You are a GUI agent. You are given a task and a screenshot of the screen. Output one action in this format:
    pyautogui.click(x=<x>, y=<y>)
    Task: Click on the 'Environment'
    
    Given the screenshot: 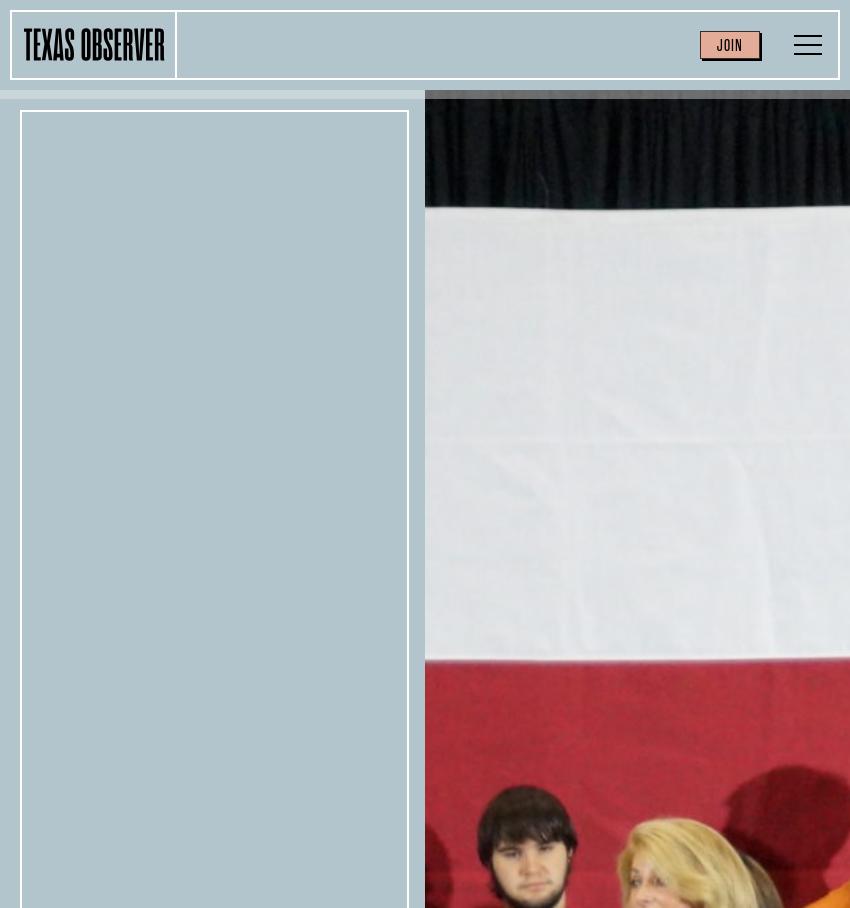 What is the action you would take?
    pyautogui.click(x=507, y=230)
    